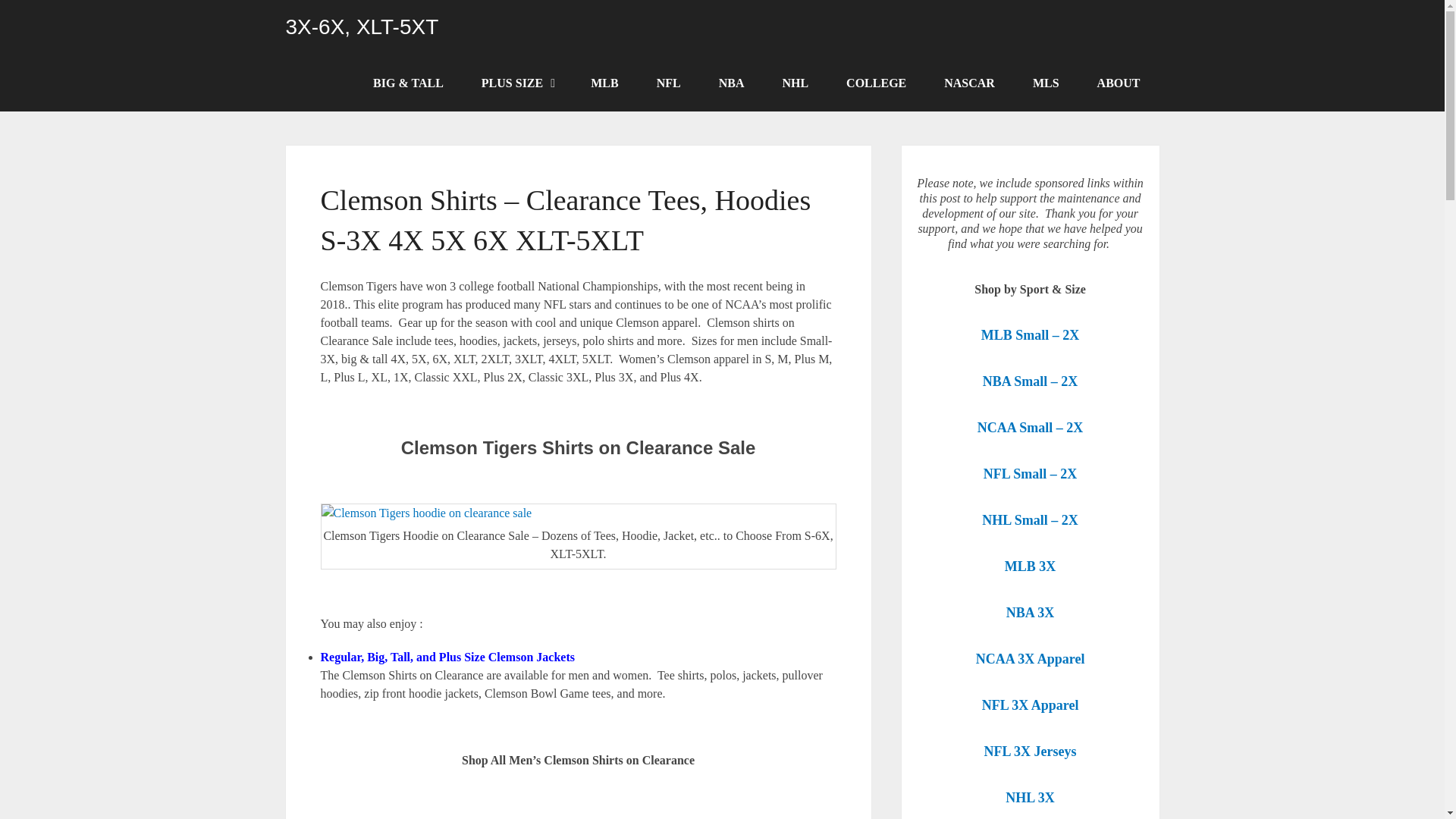 Image resolution: width=1456 pixels, height=819 pixels. Describe the element at coordinates (1030, 566) in the screenshot. I see `'MLB 3X'` at that location.